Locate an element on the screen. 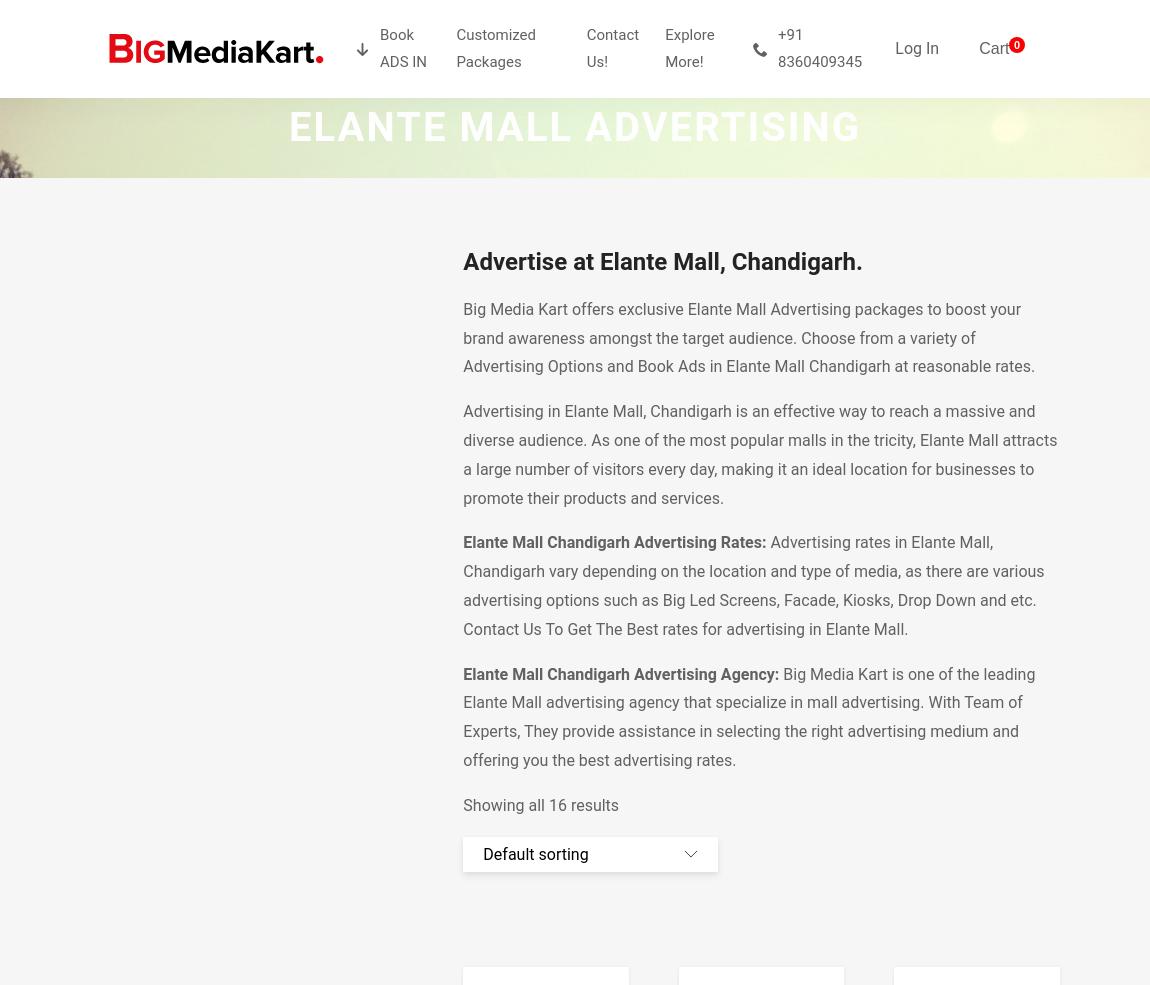 This screenshot has height=985, width=1150. '0' is located at coordinates (1013, 43).